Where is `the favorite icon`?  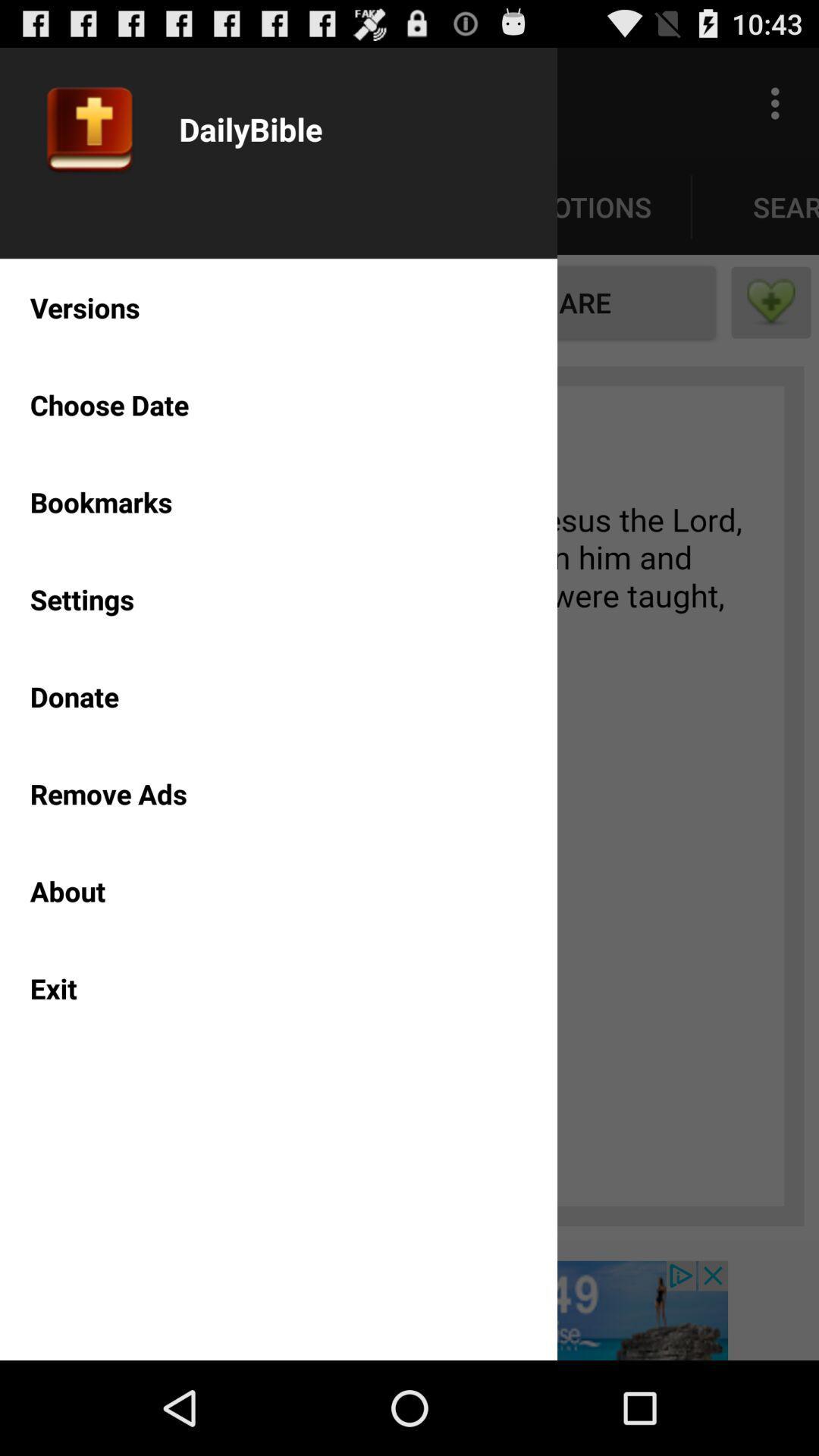
the favorite icon is located at coordinates (771, 323).